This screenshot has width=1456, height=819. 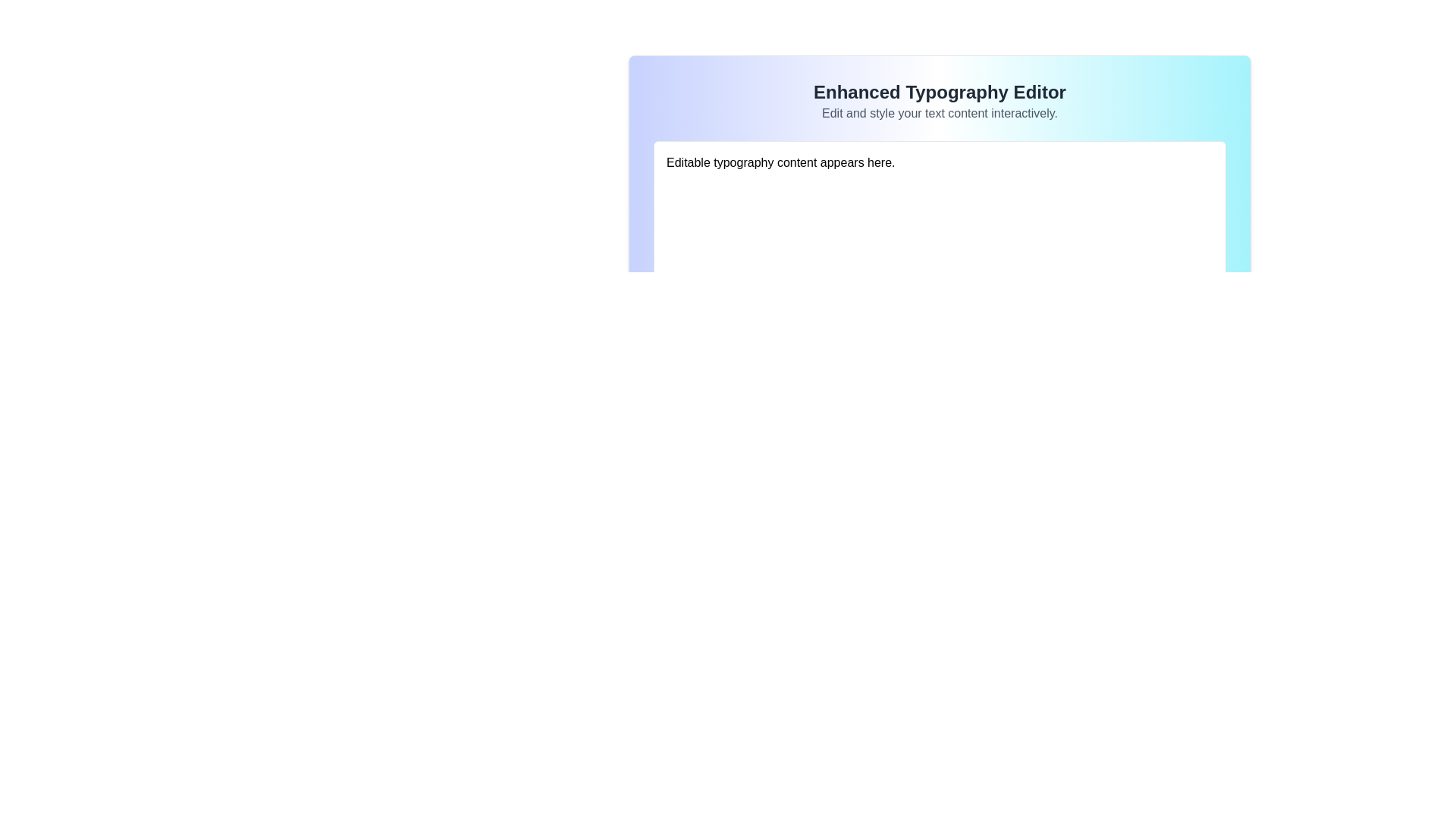 What do you see at coordinates (939, 155) in the screenshot?
I see `the text within the Interactive text editing area titled 'Enhanced Typography Editor', which contains the text 'Editable typography content appears here.'` at bounding box center [939, 155].